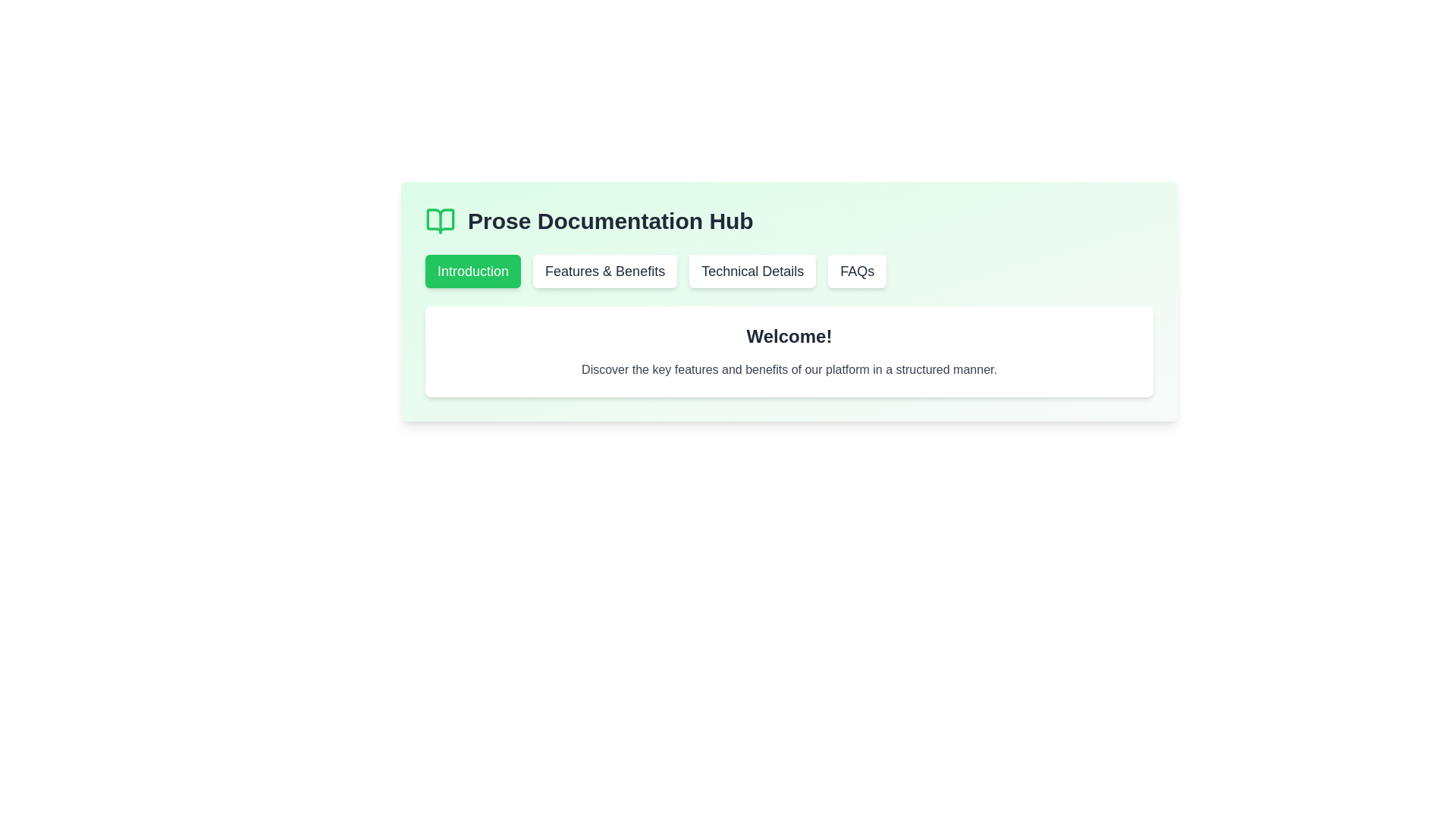  Describe the element at coordinates (789, 271) in the screenshot. I see `the buttons in the Navigation bar located within the 'Prose Documentation Hub'` at that location.